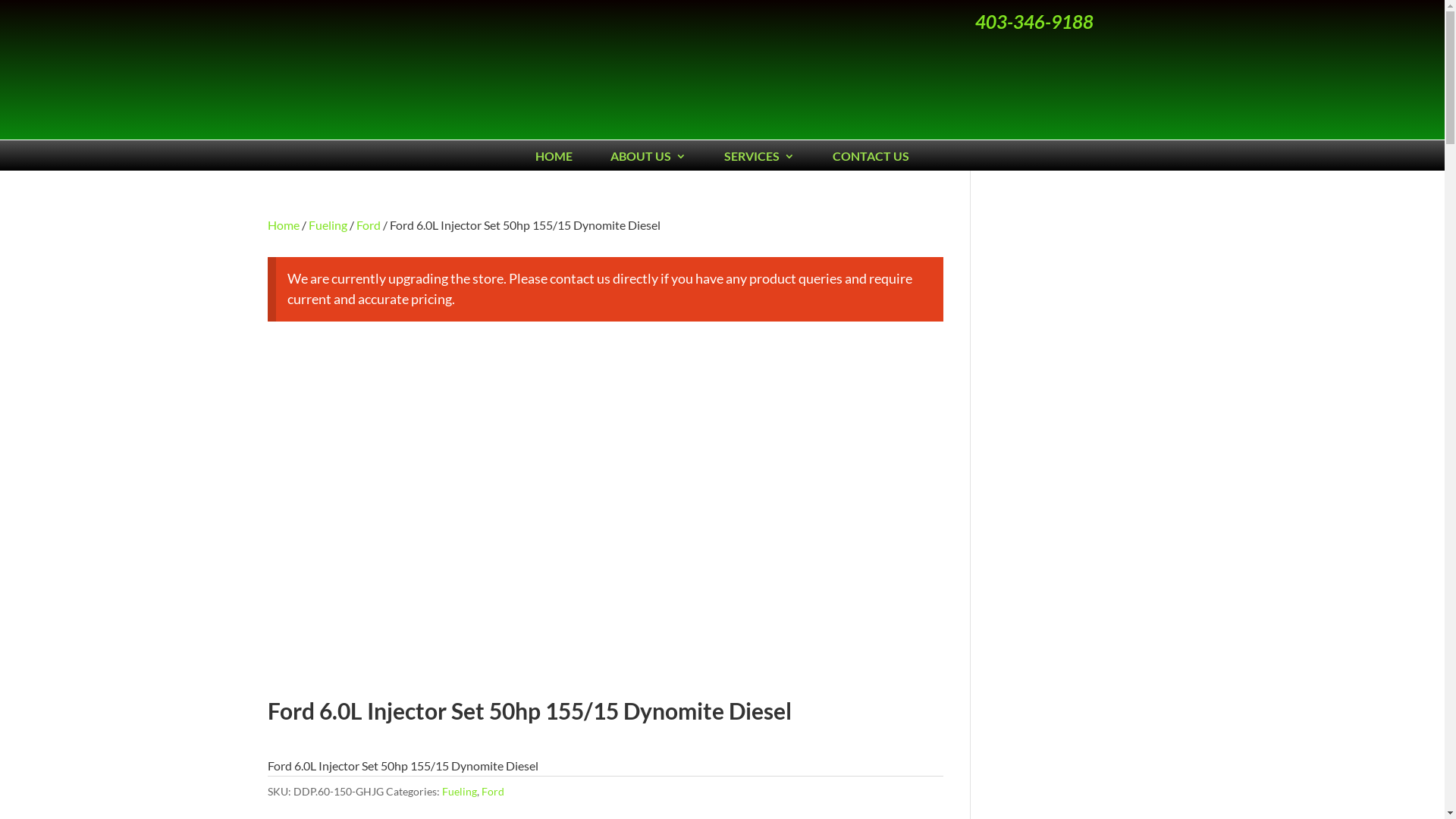 Image resolution: width=1456 pixels, height=819 pixels. Describe the element at coordinates (479, 790) in the screenshot. I see `'Ford'` at that location.